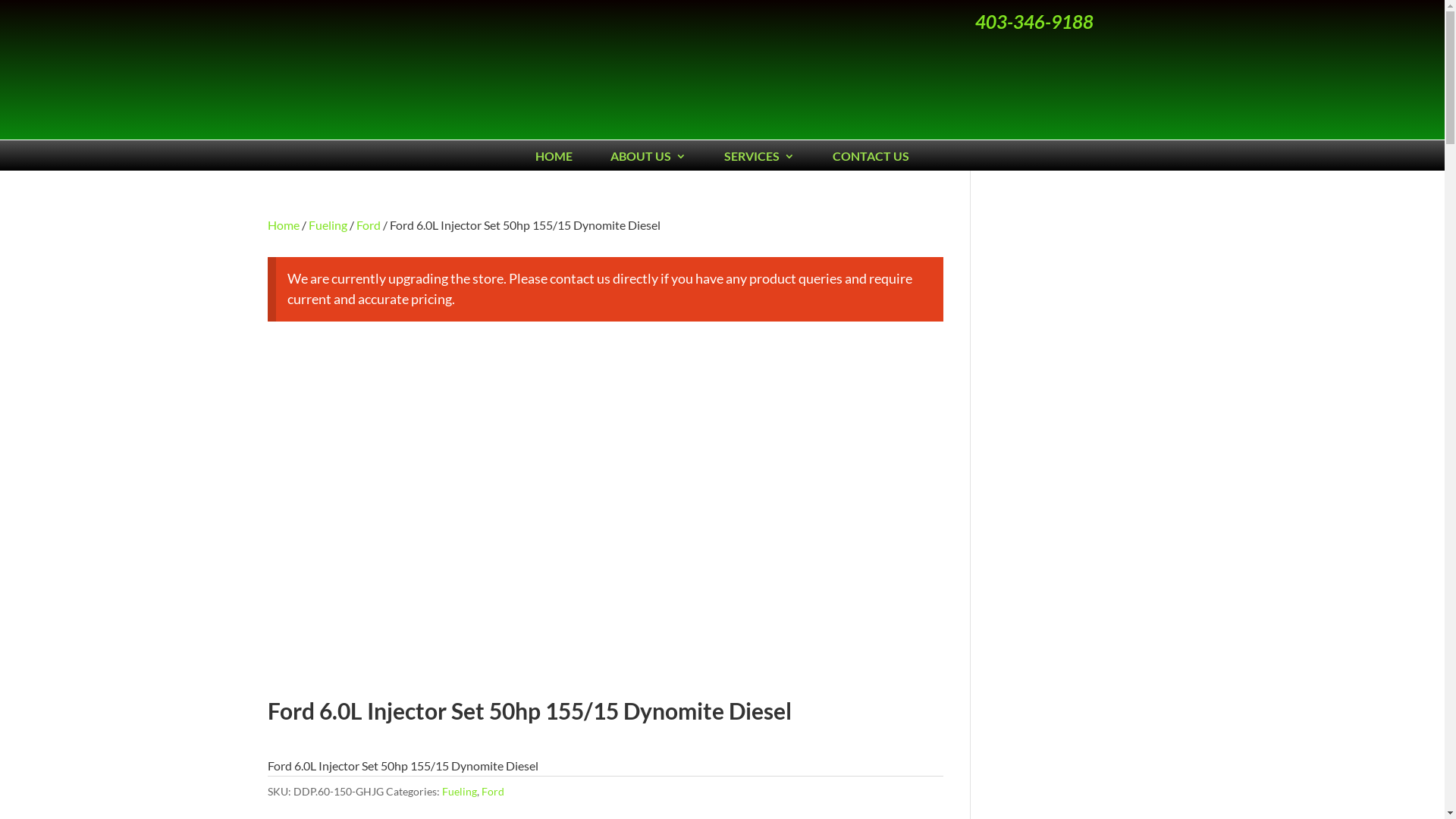 Image resolution: width=1456 pixels, height=819 pixels. Describe the element at coordinates (479, 790) in the screenshot. I see `'Ford'` at that location.